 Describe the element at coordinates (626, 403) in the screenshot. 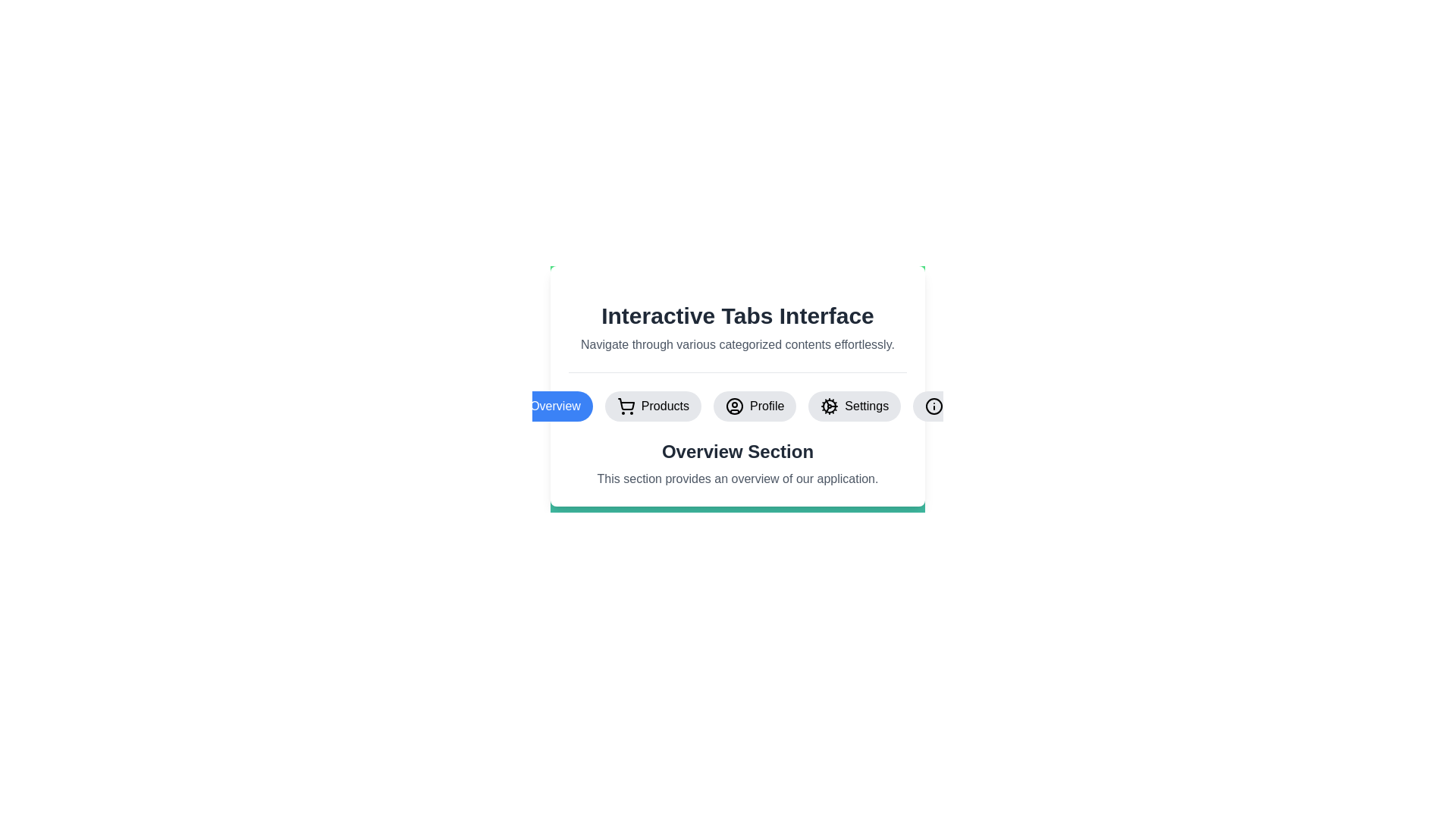

I see `the centrally positioned shopping cart icon` at that location.